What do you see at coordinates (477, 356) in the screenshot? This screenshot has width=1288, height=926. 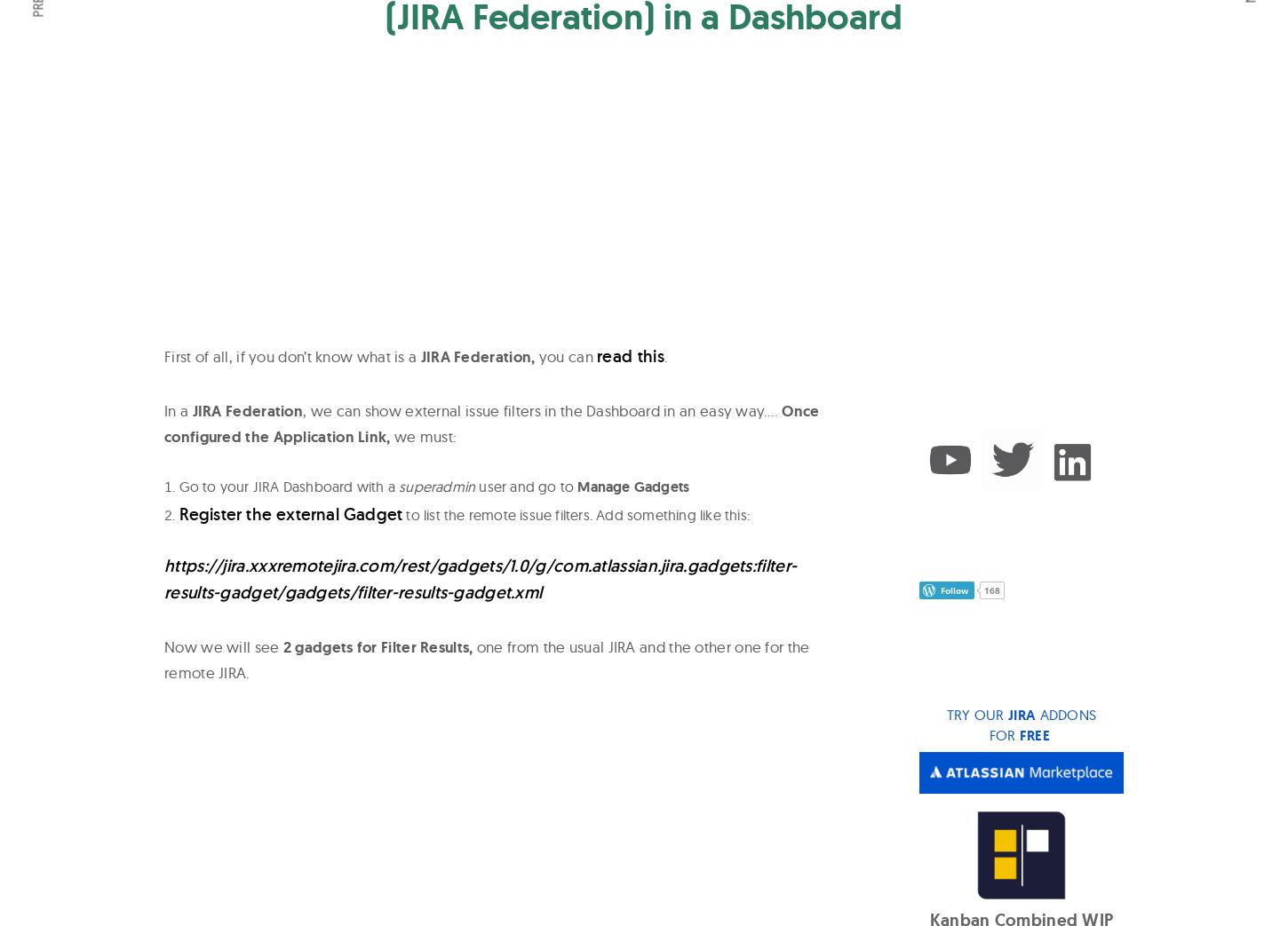 I see `'JIRA Federation,'` at bounding box center [477, 356].